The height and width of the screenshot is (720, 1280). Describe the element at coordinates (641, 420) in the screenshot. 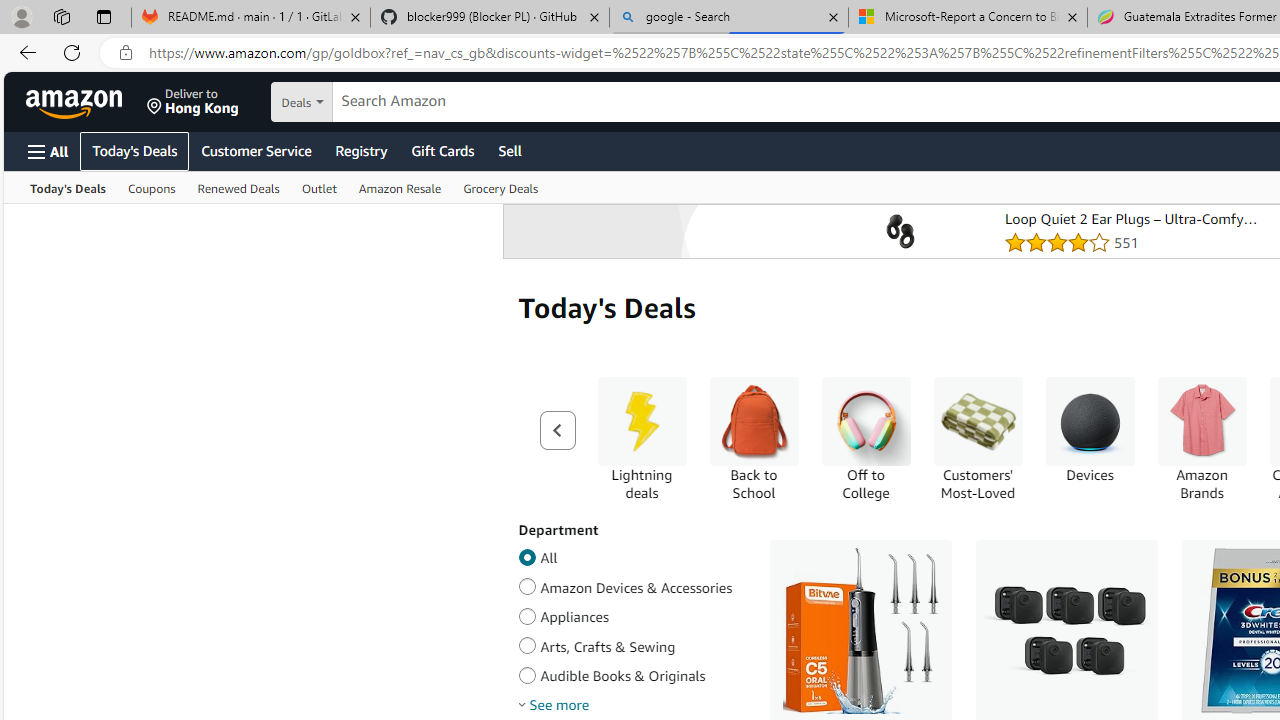

I see `'Lightning deals'` at that location.